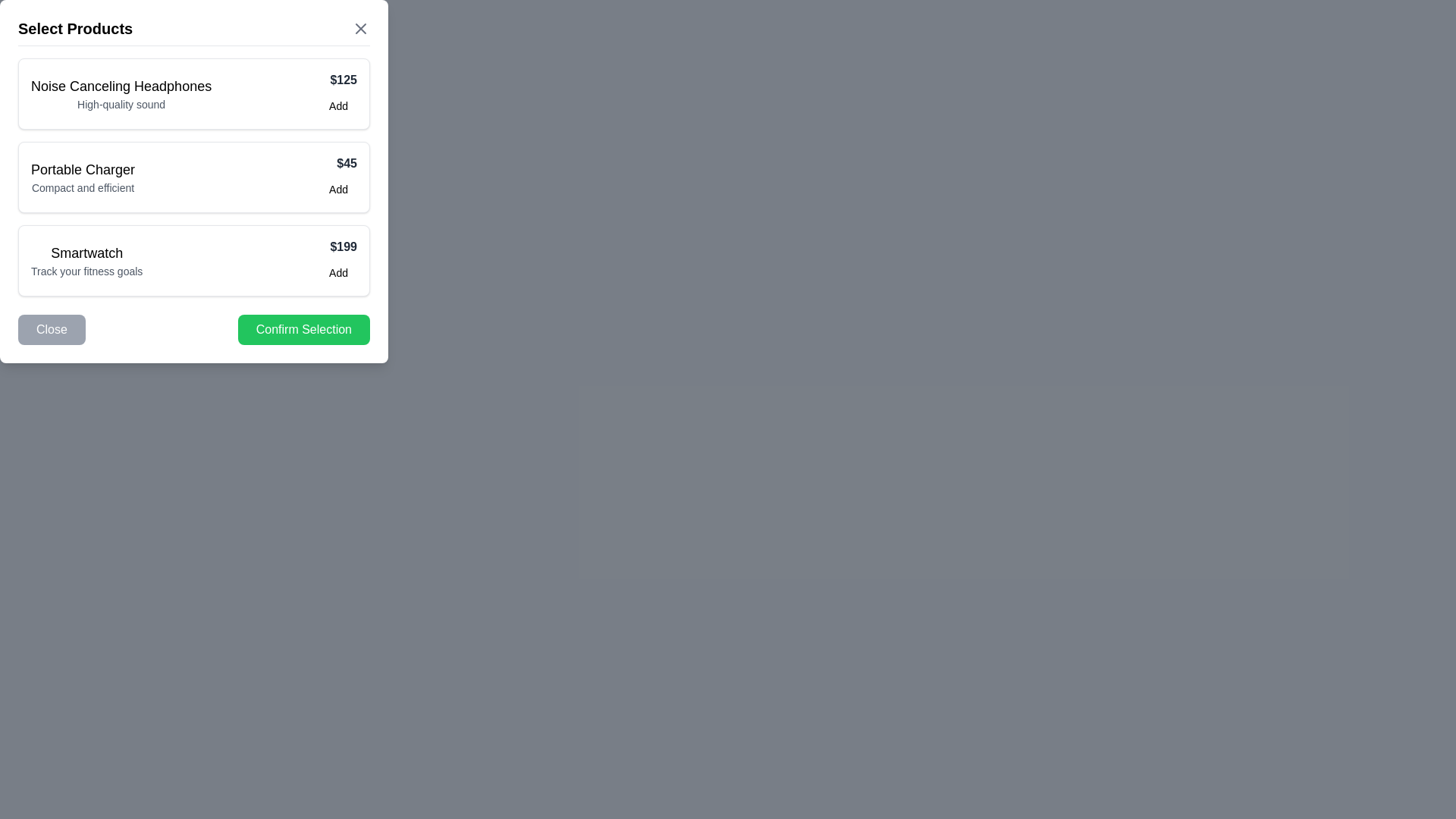 The image size is (1456, 819). What do you see at coordinates (337, 93) in the screenshot?
I see `the 'Add' button located below the price of '$125' in the top-right section of the 'Noise Canceling Headphones' product card` at bounding box center [337, 93].